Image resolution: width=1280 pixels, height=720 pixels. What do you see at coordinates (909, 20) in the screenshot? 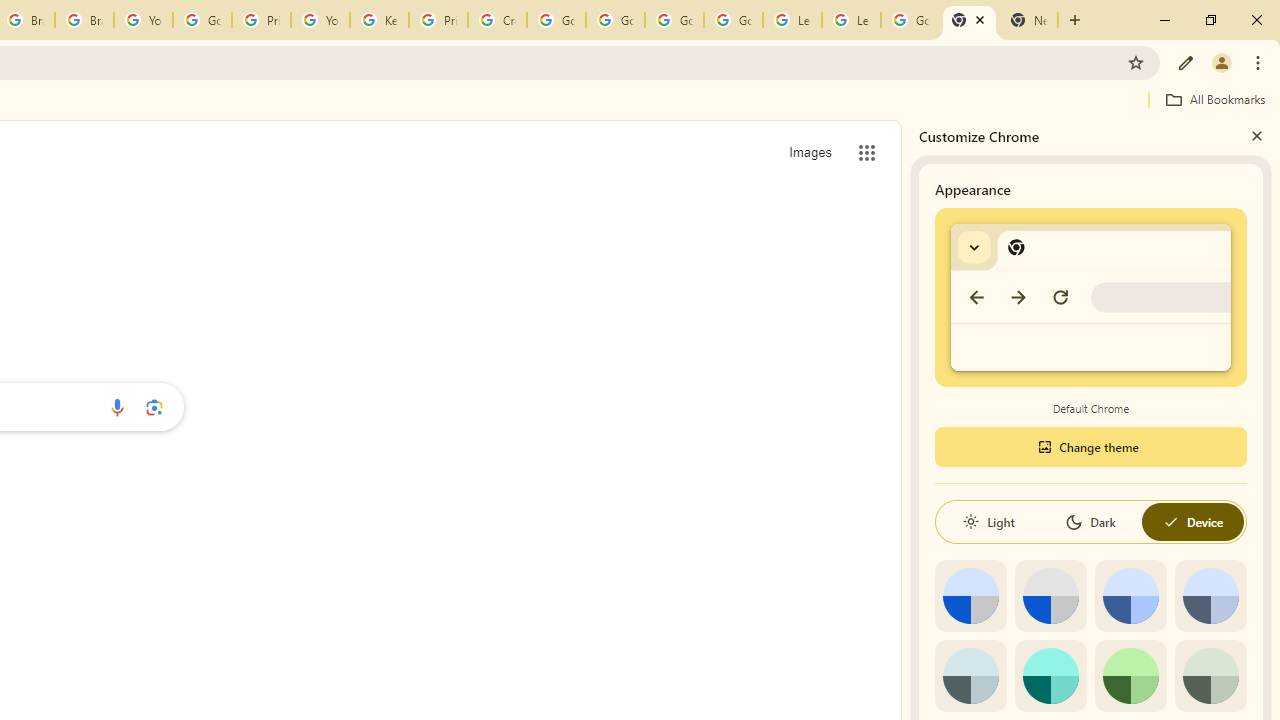
I see `'Google Account'` at bounding box center [909, 20].